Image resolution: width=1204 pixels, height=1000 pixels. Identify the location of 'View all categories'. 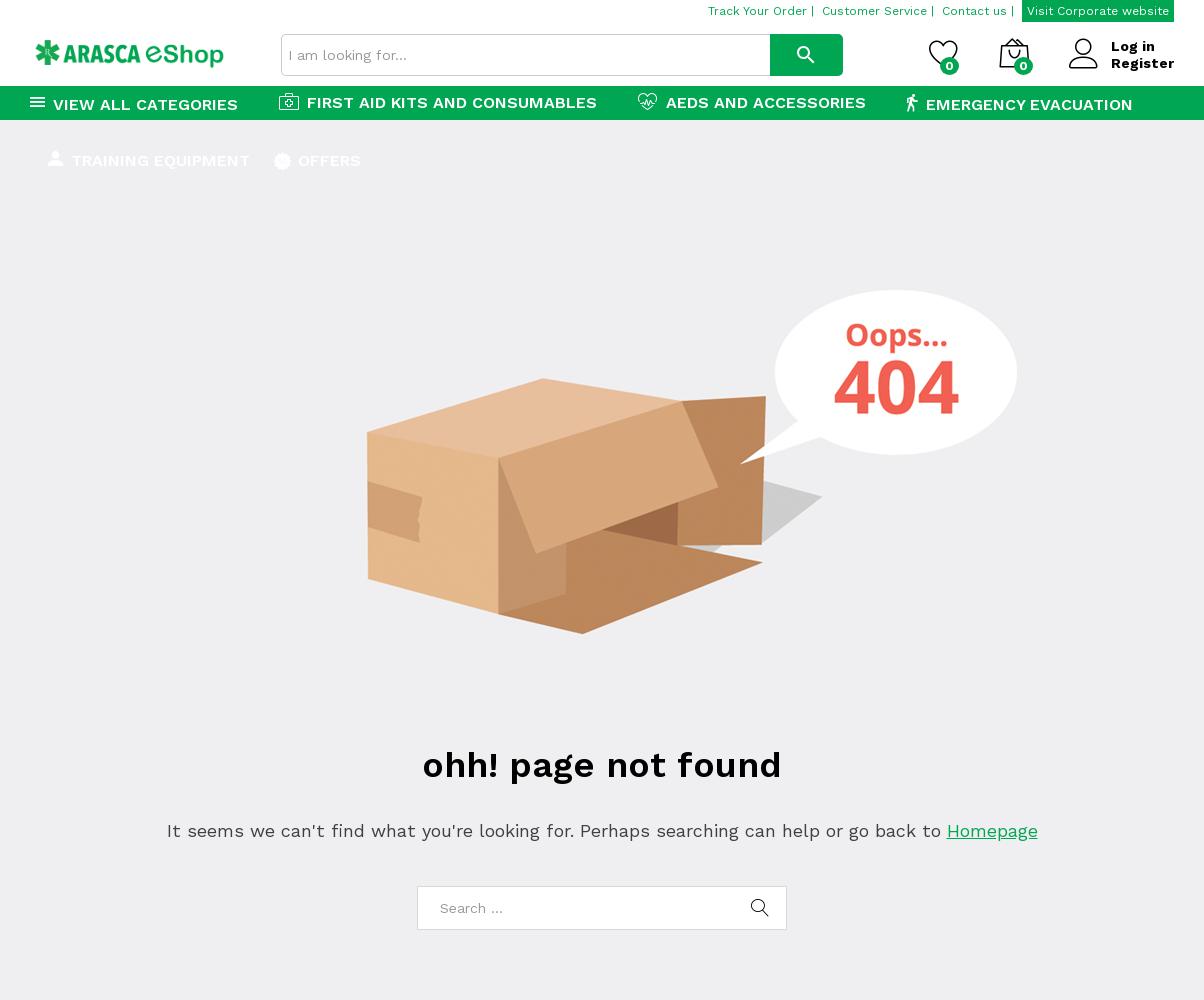
(145, 103).